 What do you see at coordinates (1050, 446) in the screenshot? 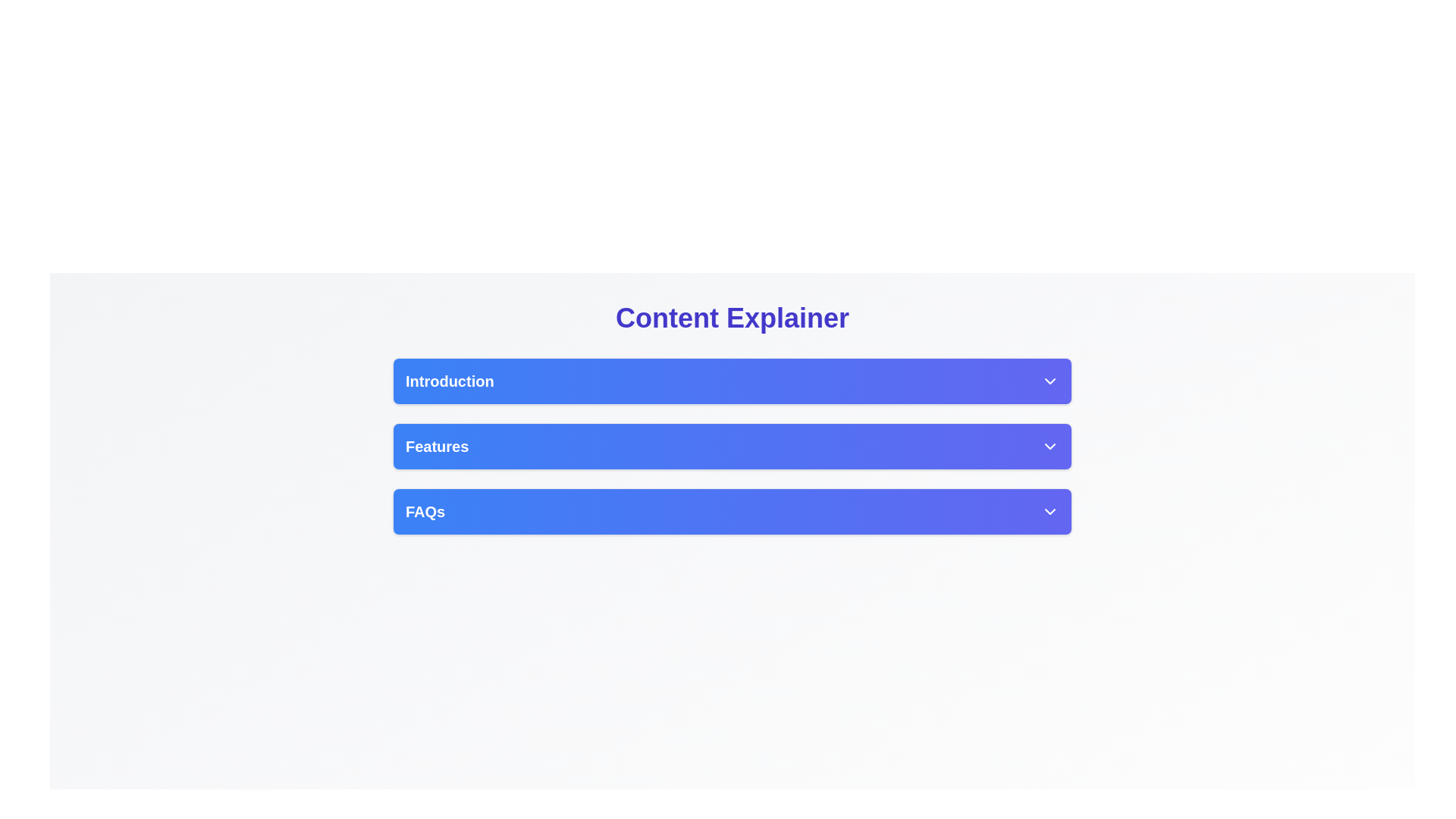
I see `the downwards chevron icon located on the rightmost edge of the 'Features' button` at bounding box center [1050, 446].